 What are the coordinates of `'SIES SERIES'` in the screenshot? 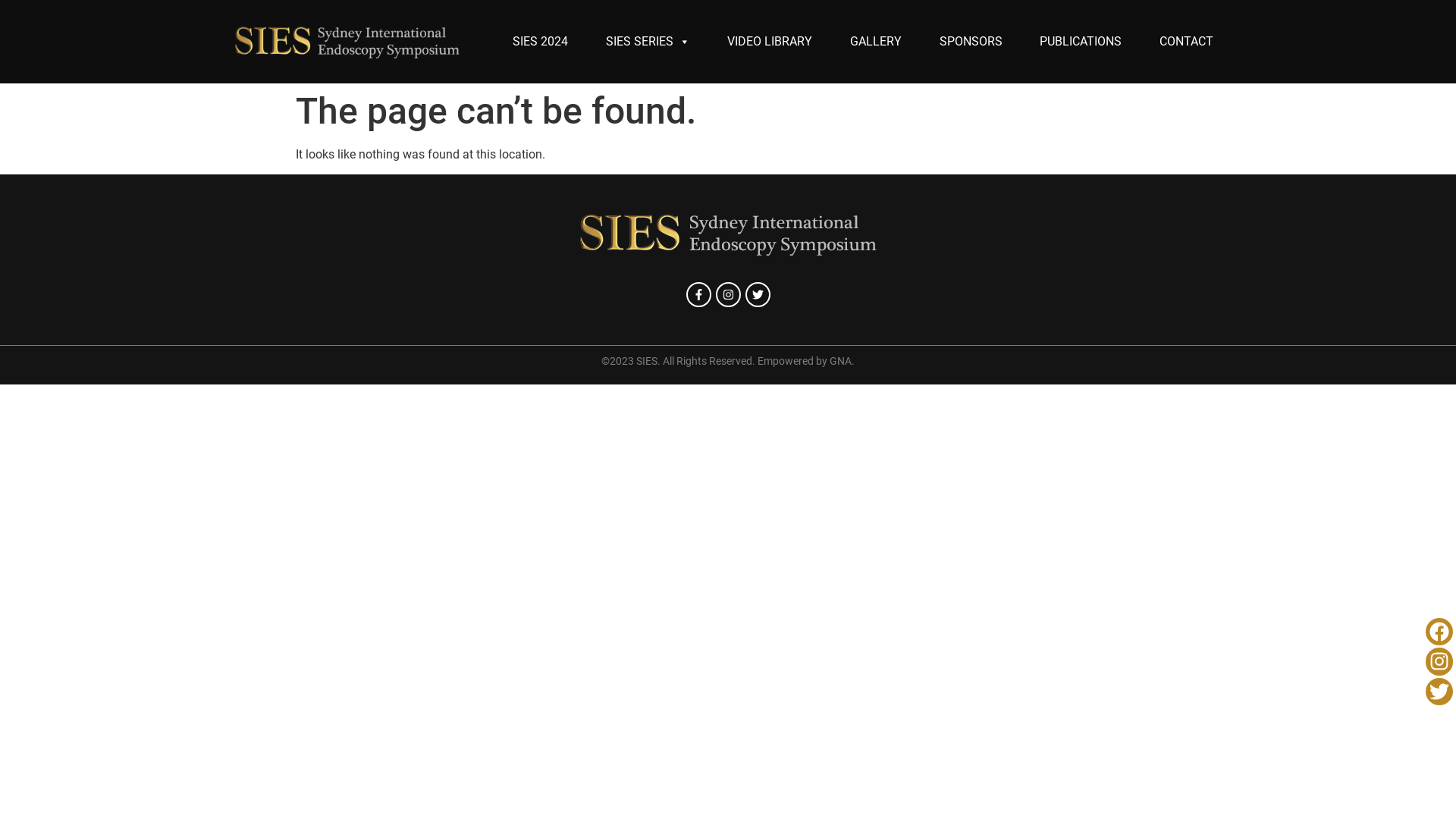 It's located at (648, 40).